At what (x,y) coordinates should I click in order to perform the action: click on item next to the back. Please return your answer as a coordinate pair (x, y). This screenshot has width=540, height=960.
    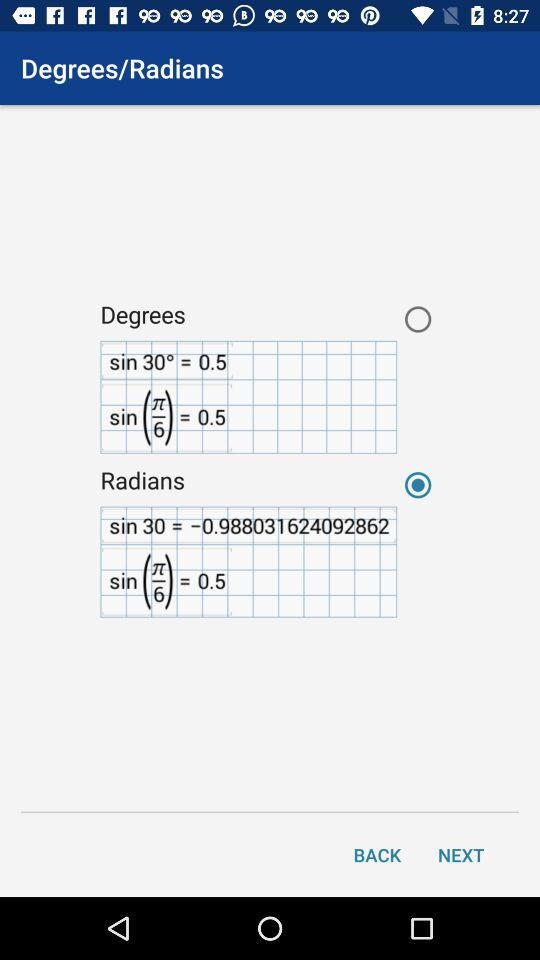
    Looking at the image, I should click on (461, 853).